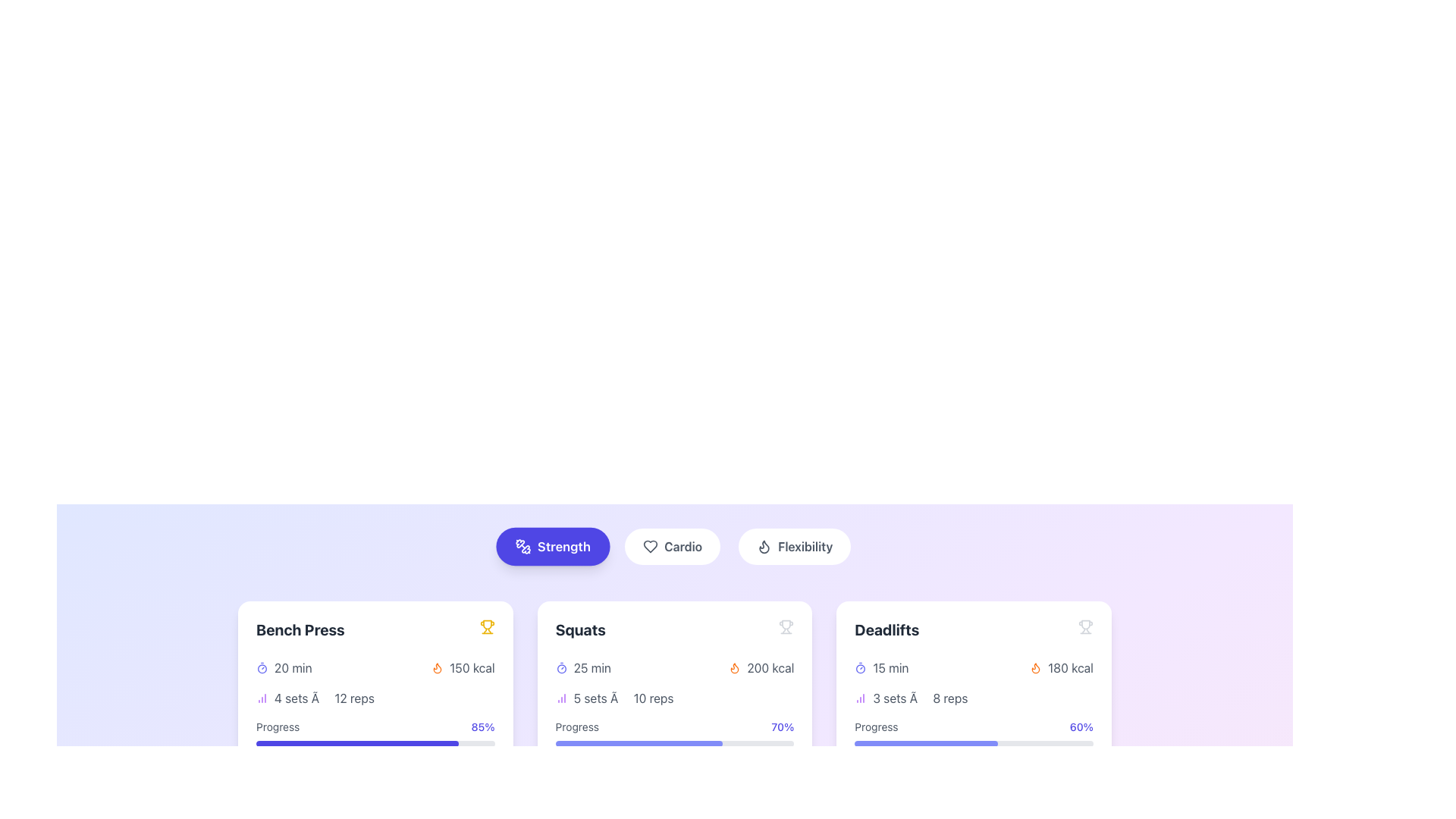  I want to click on the decorative strength icon located to the left of the 'Strength' label inside the purple button, which is the first option in a toggle group, so click(522, 547).